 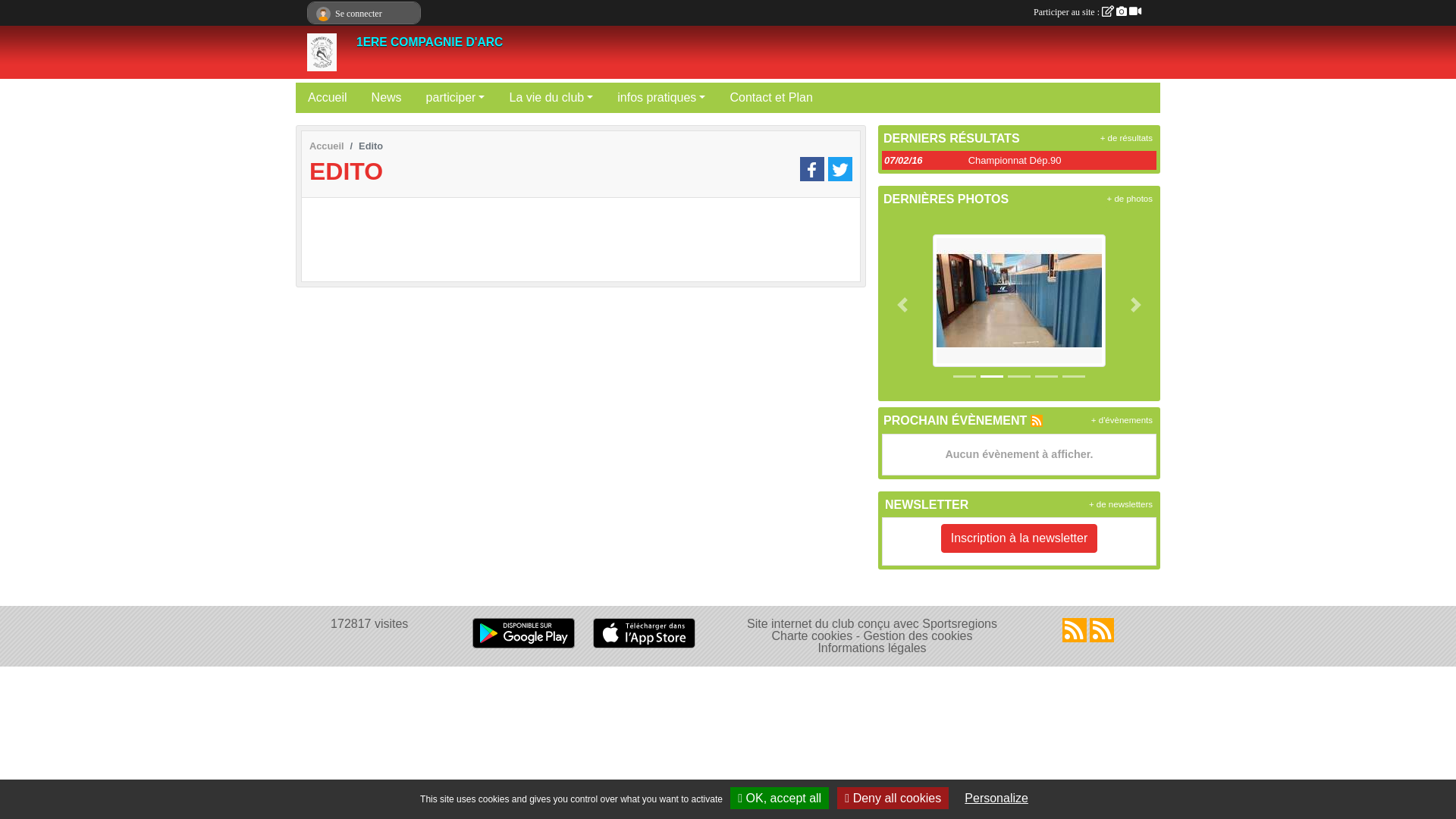 What do you see at coordinates (839, 169) in the screenshot?
I see `'Twitter'` at bounding box center [839, 169].